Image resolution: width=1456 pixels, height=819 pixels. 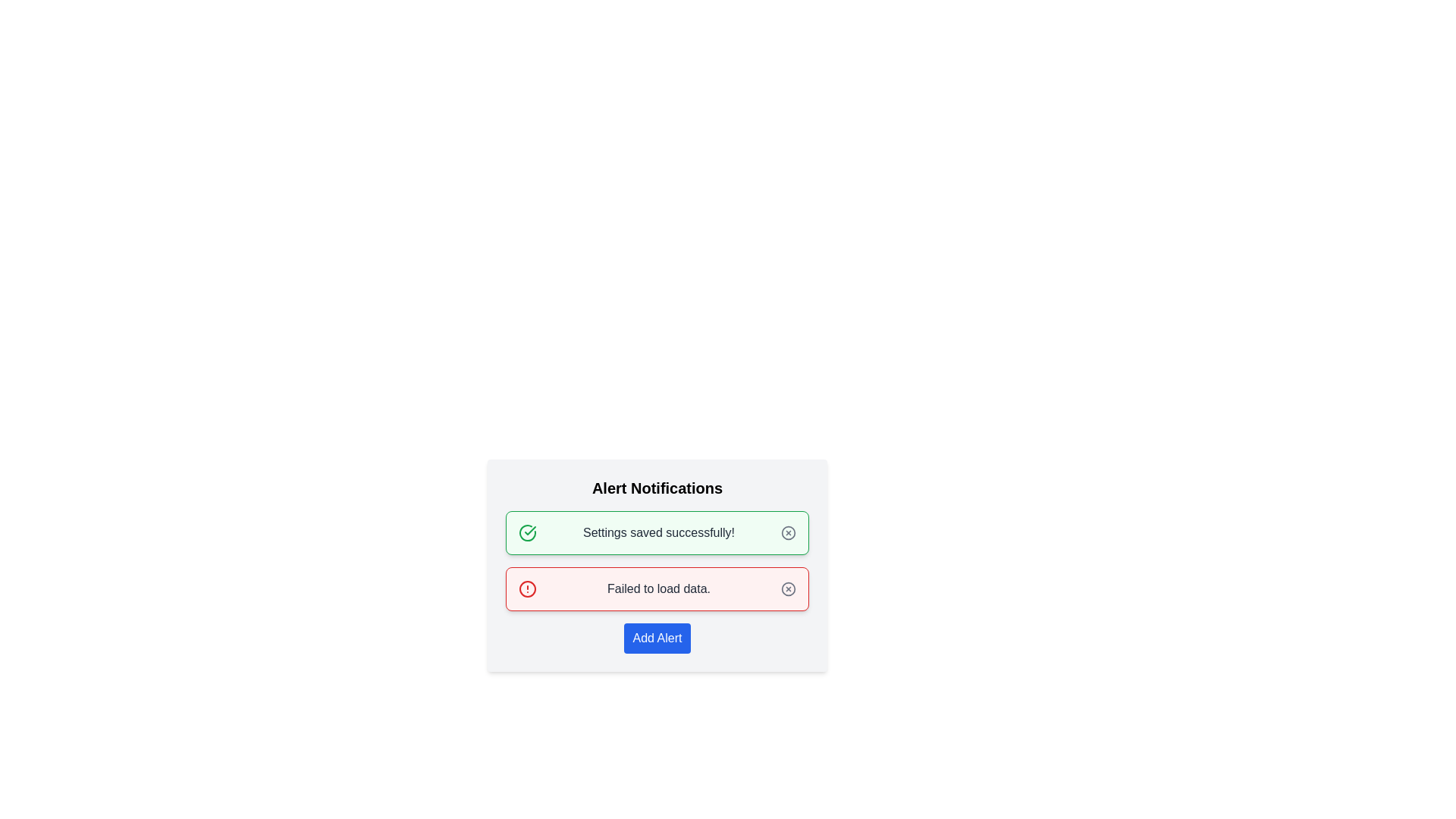 I want to click on the dismiss button located in the alert box displaying 'Settings saved successfully!' to change its color to red, so click(x=789, y=532).